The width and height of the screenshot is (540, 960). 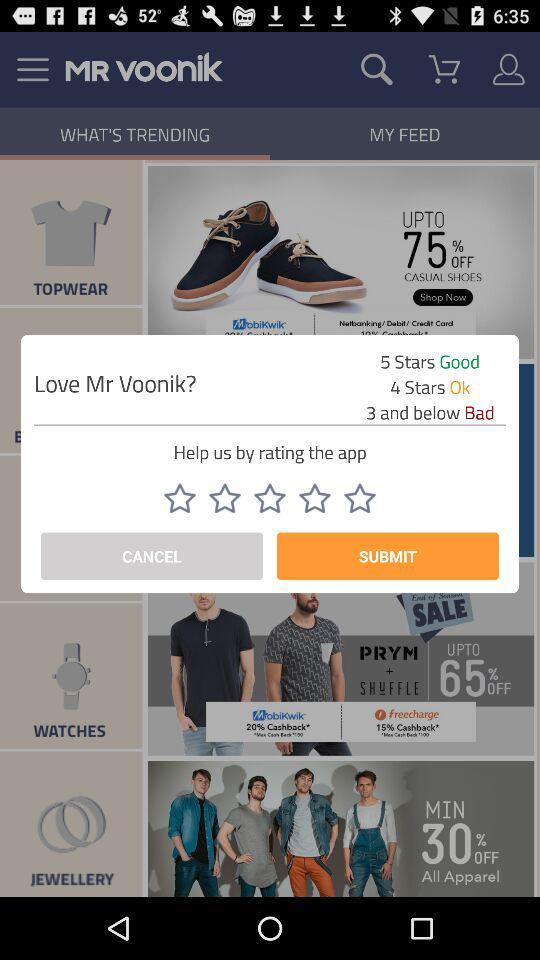 I want to click on app rating option, so click(x=179, y=497).